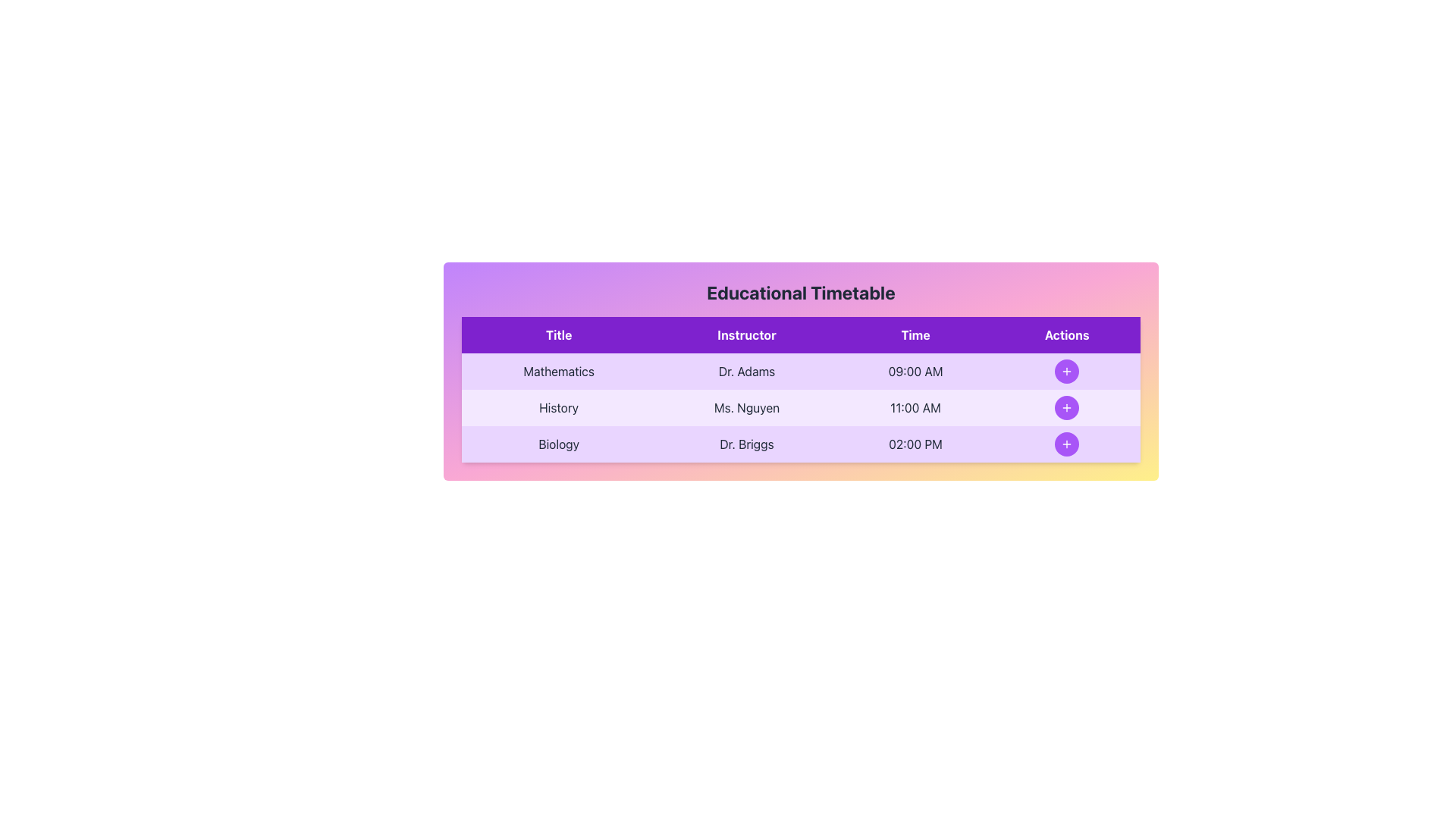  Describe the element at coordinates (558, 371) in the screenshot. I see `the text label that represents the subject title in the timetable, located in the first row and first column, to the left of 'Dr. Adams' and above 'History'` at that location.